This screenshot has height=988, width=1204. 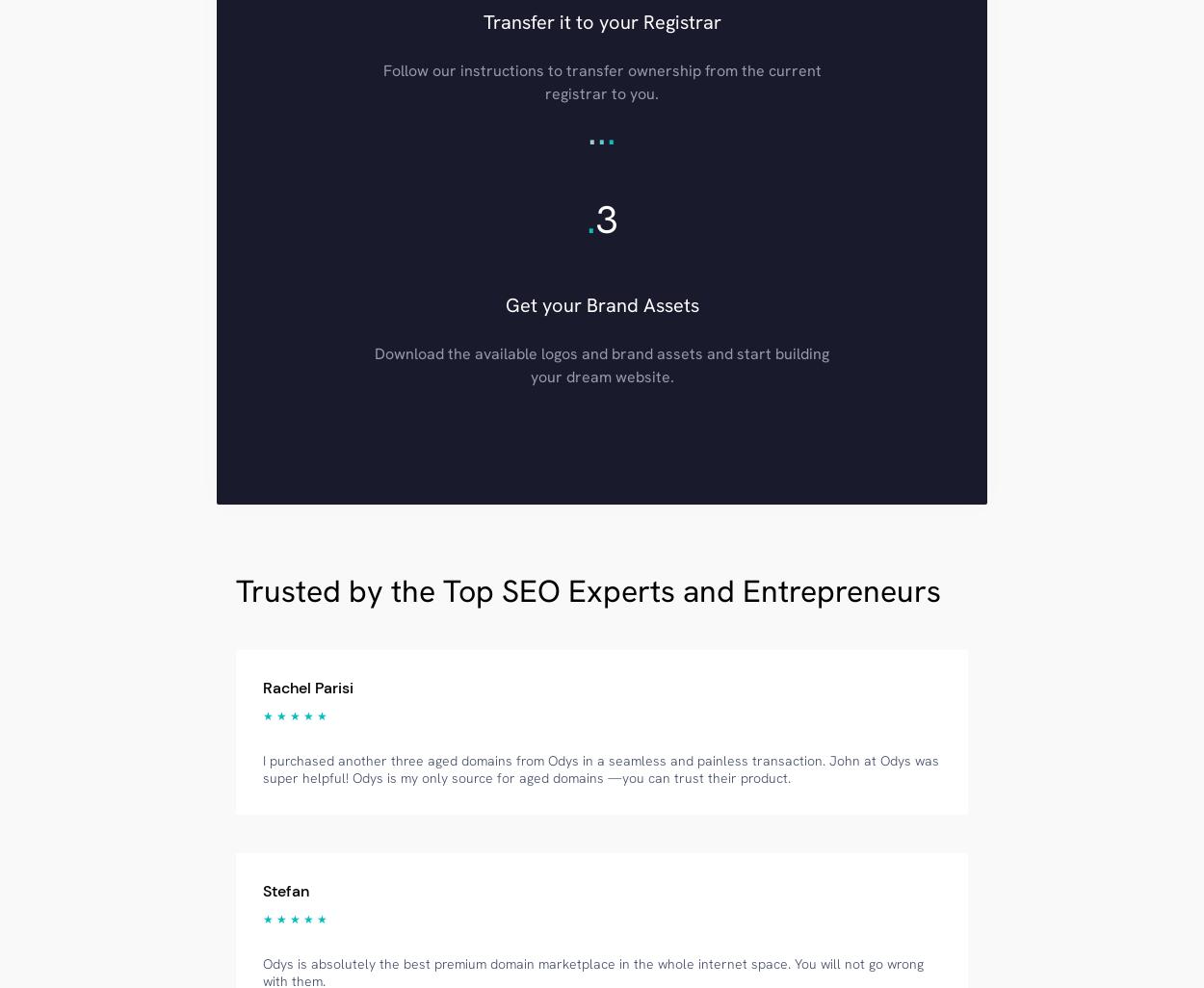 What do you see at coordinates (595, 218) in the screenshot?
I see `'3'` at bounding box center [595, 218].